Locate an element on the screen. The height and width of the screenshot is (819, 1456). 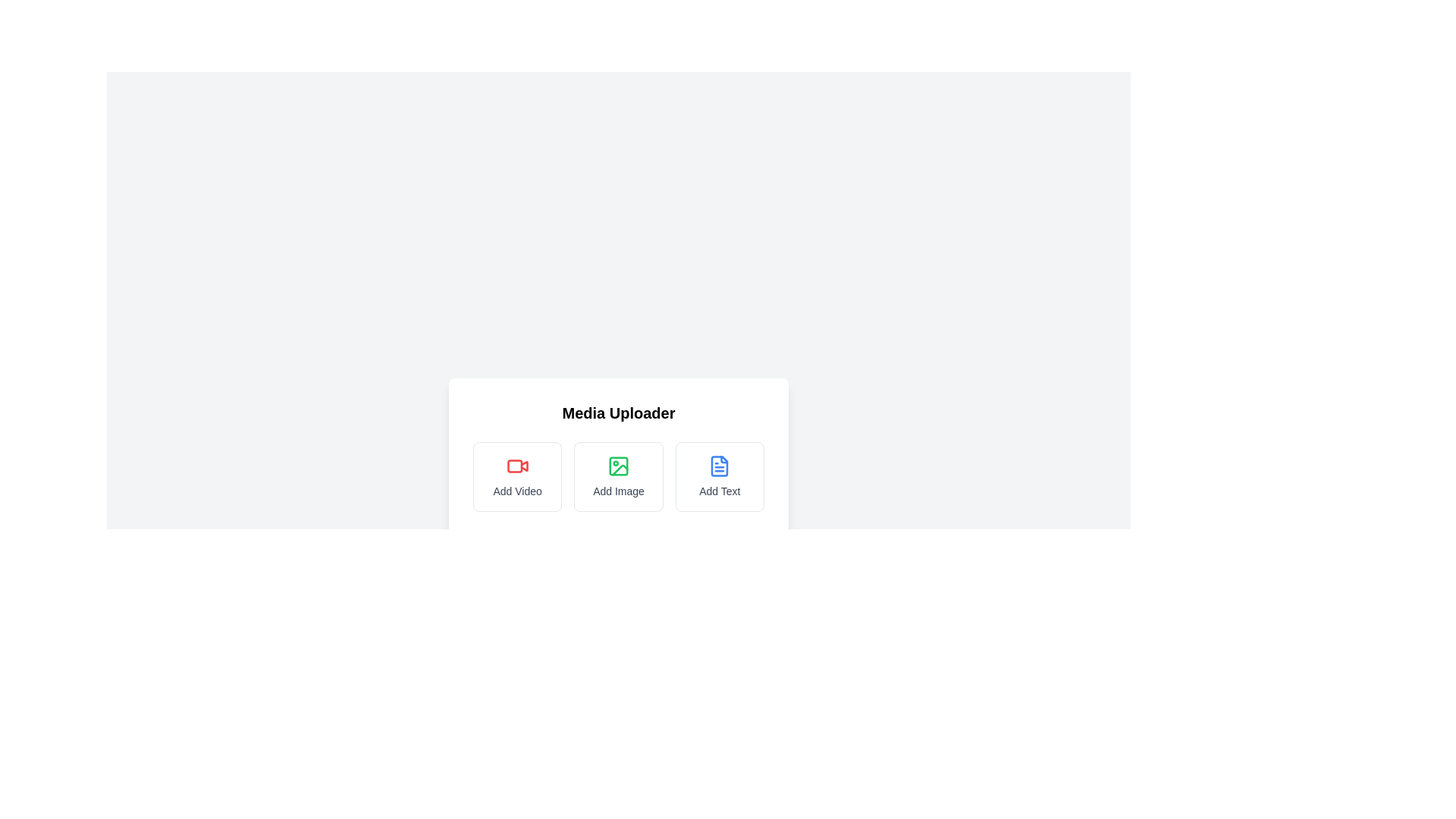
the decorative video icon located within the 'Add Video' button, which is the leftmost button in a horizontal layout beneath the 'Media Uploader' heading is located at coordinates (524, 465).